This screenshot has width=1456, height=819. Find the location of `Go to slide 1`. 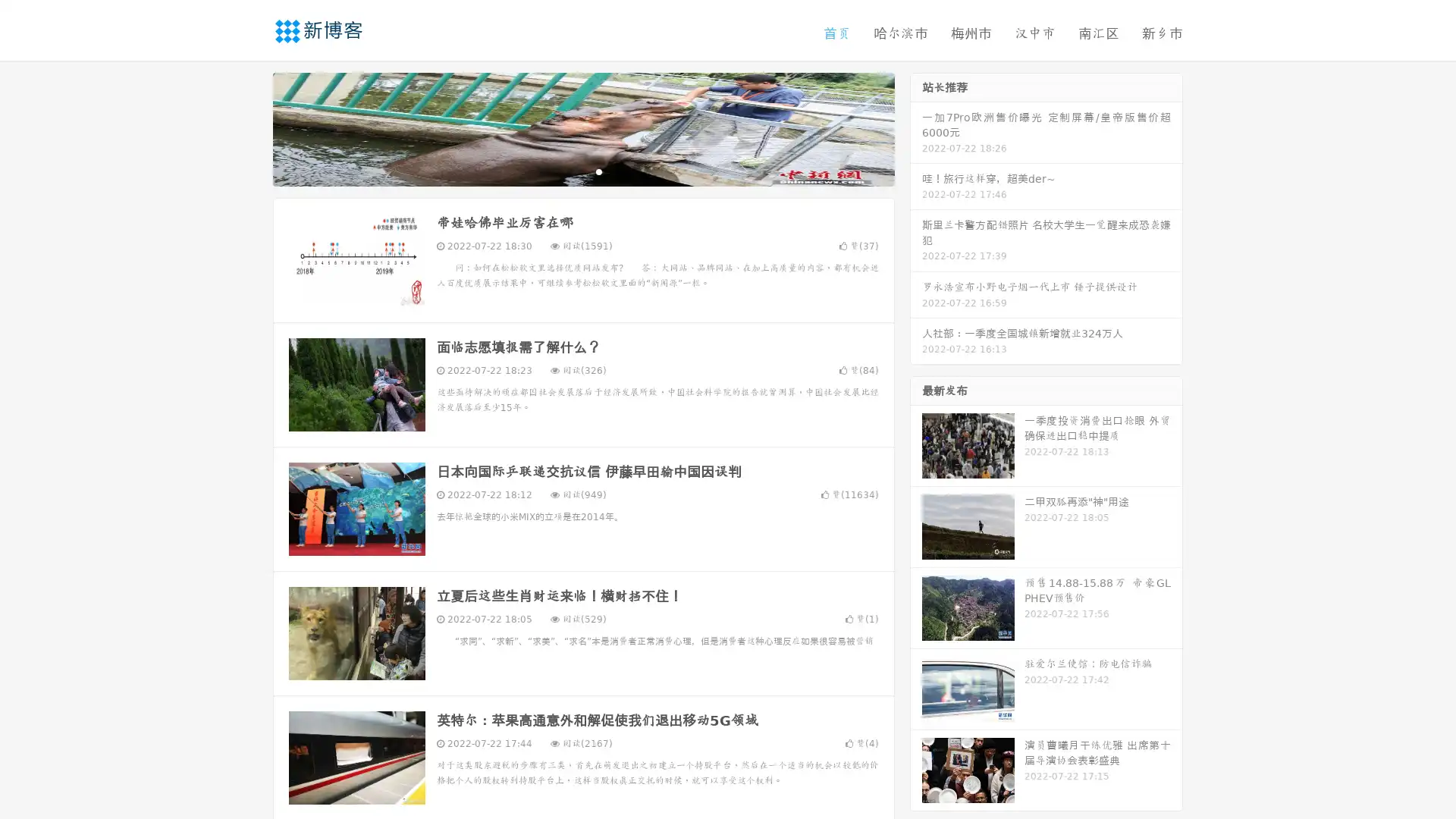

Go to slide 1 is located at coordinates (567, 171).